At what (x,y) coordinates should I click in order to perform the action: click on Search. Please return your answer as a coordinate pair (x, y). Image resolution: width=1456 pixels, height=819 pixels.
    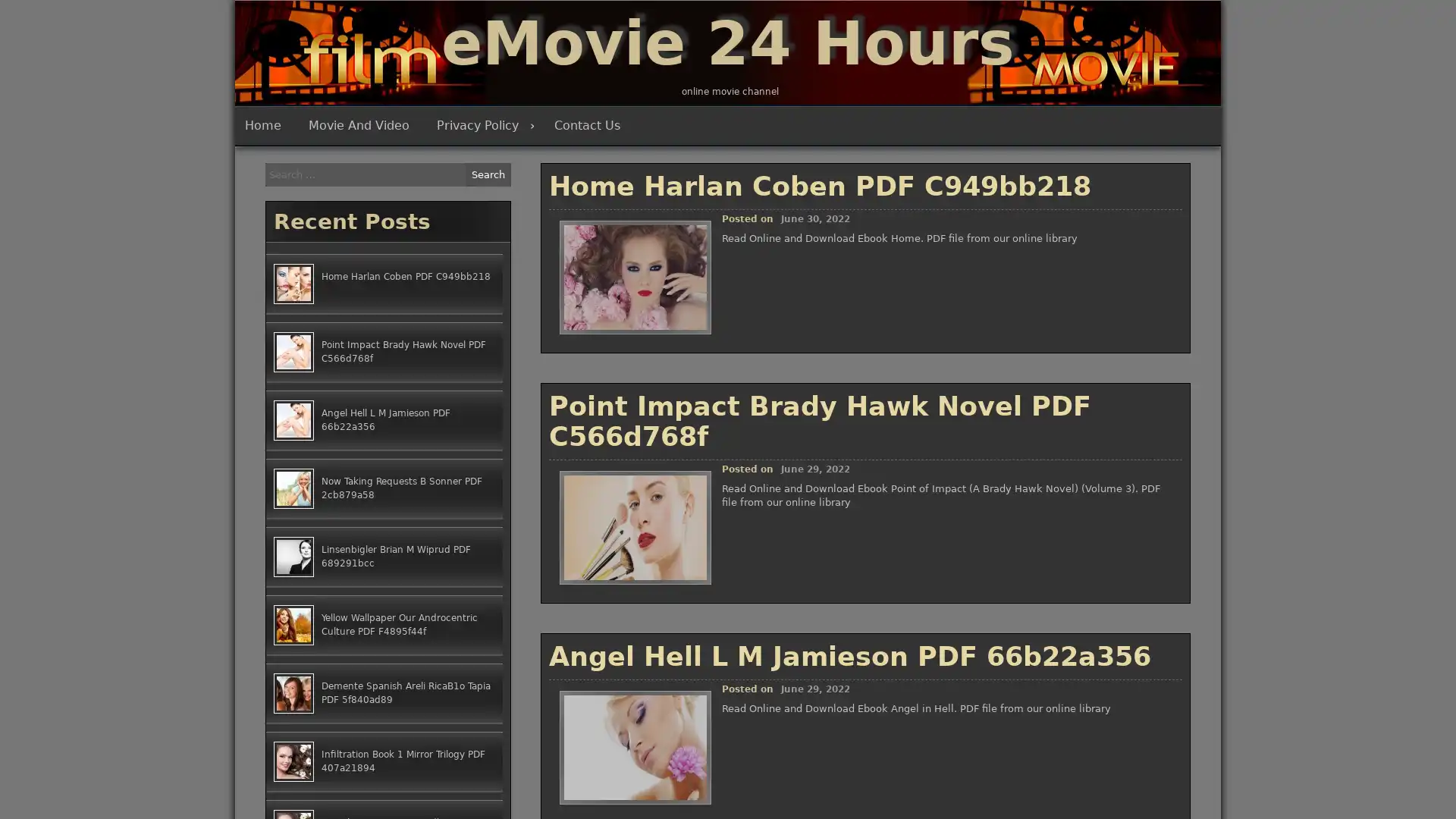
    Looking at the image, I should click on (488, 174).